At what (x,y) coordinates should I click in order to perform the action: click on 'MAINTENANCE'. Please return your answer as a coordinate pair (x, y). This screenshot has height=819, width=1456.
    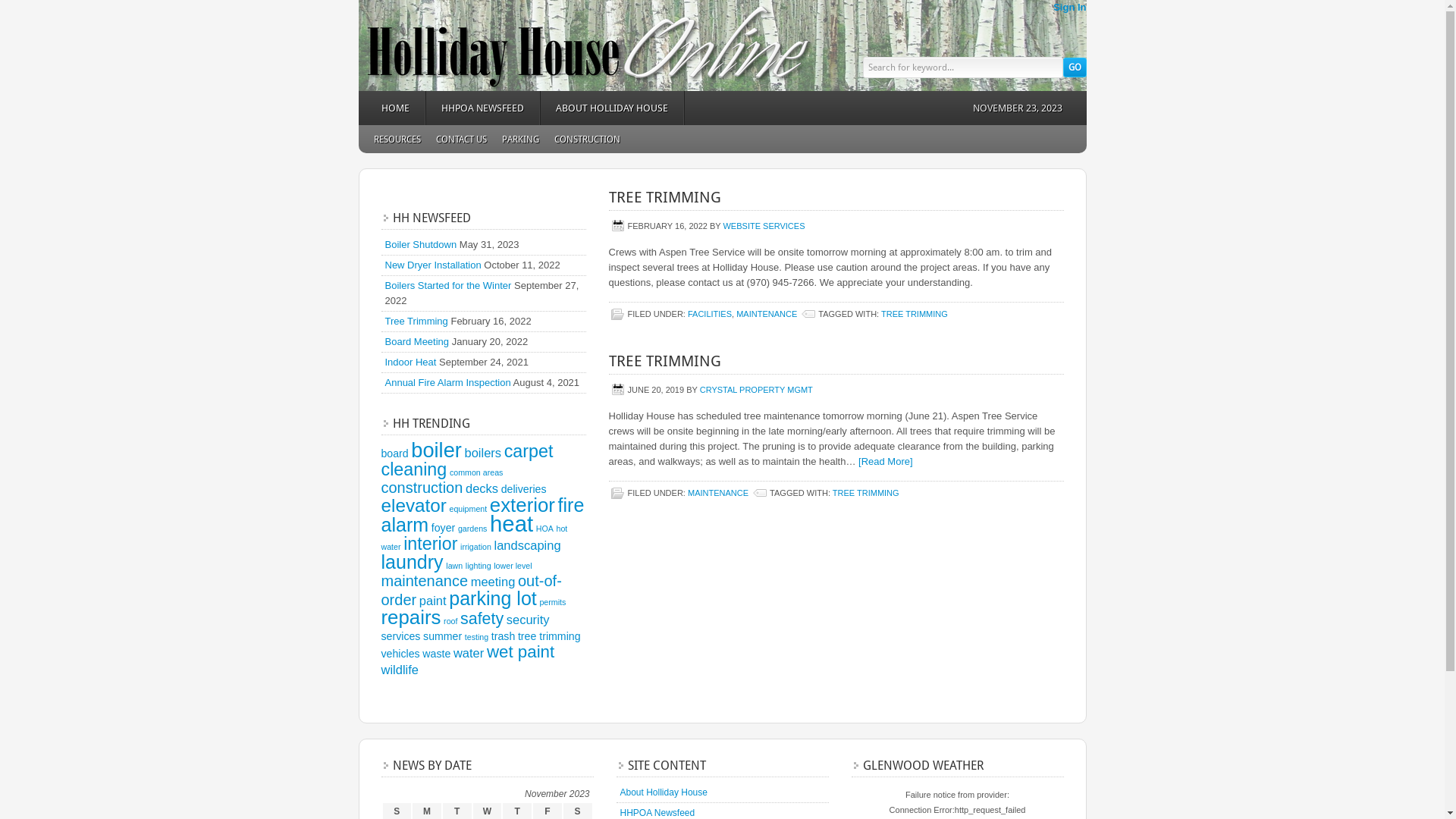
    Looking at the image, I should click on (717, 493).